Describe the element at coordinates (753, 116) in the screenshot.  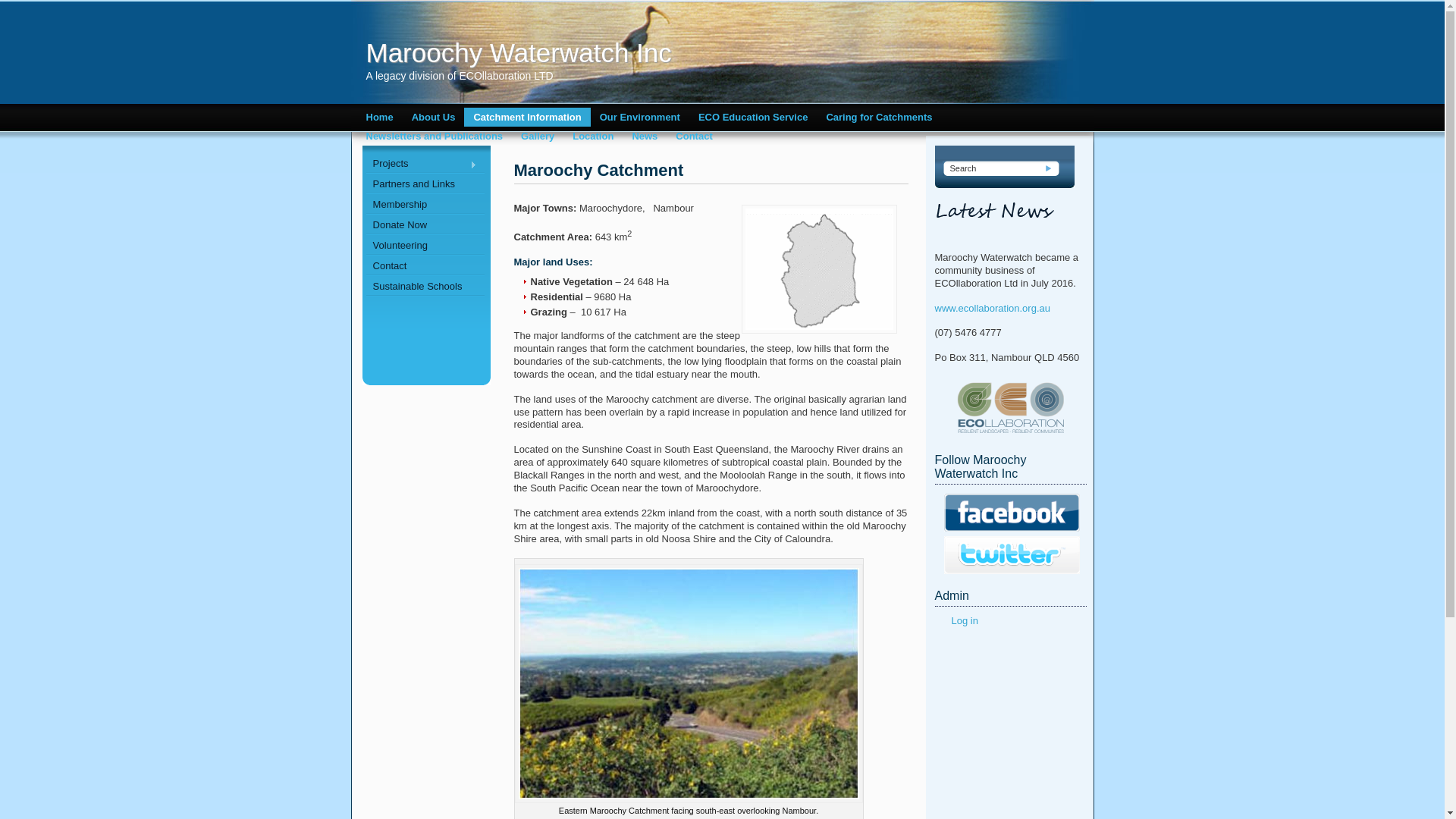
I see `'ECO Education Service'` at that location.